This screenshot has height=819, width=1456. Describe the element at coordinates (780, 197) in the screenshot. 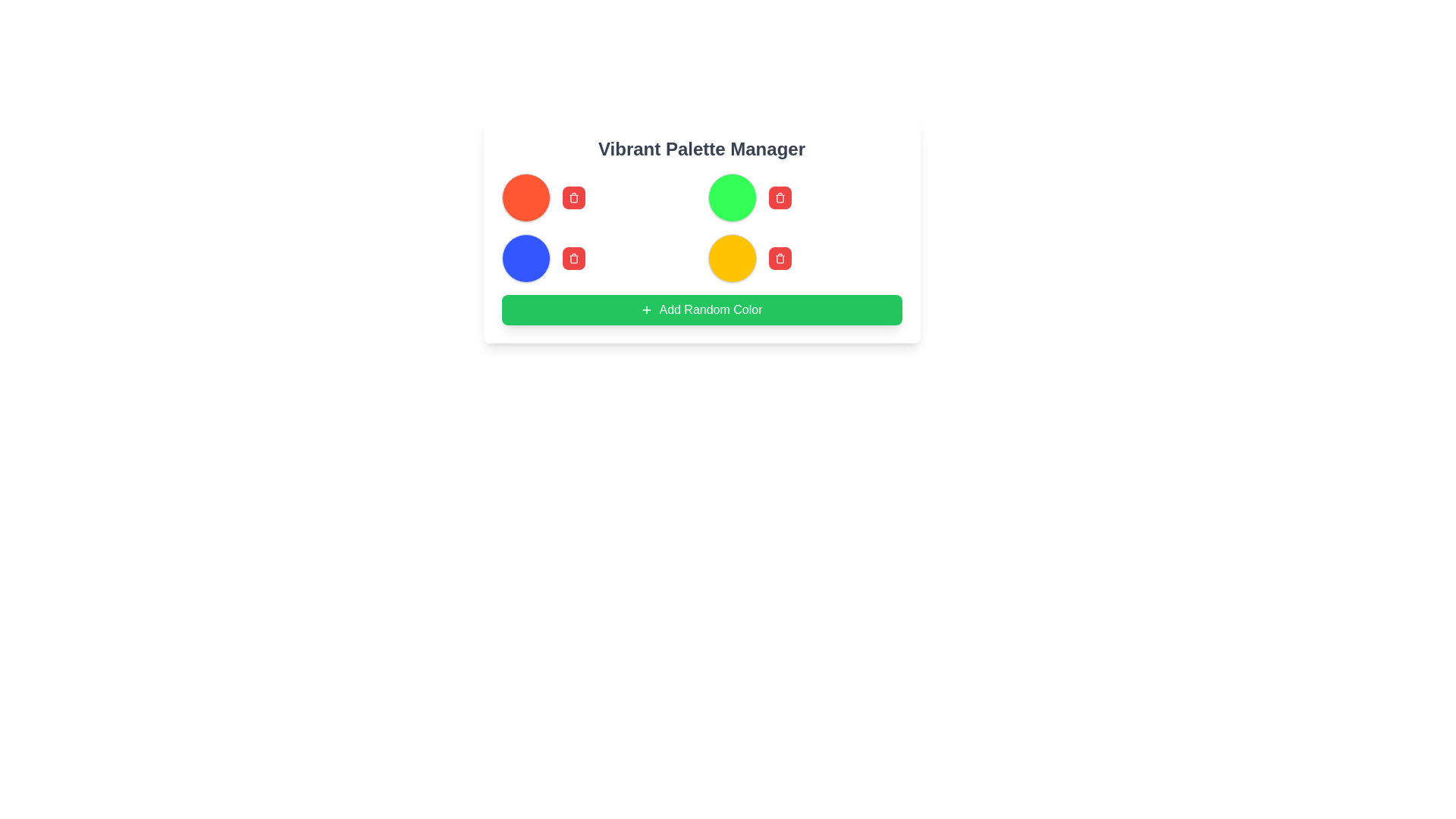

I see `the second trash button used to delete the associated green color item in the color palette manager` at that location.